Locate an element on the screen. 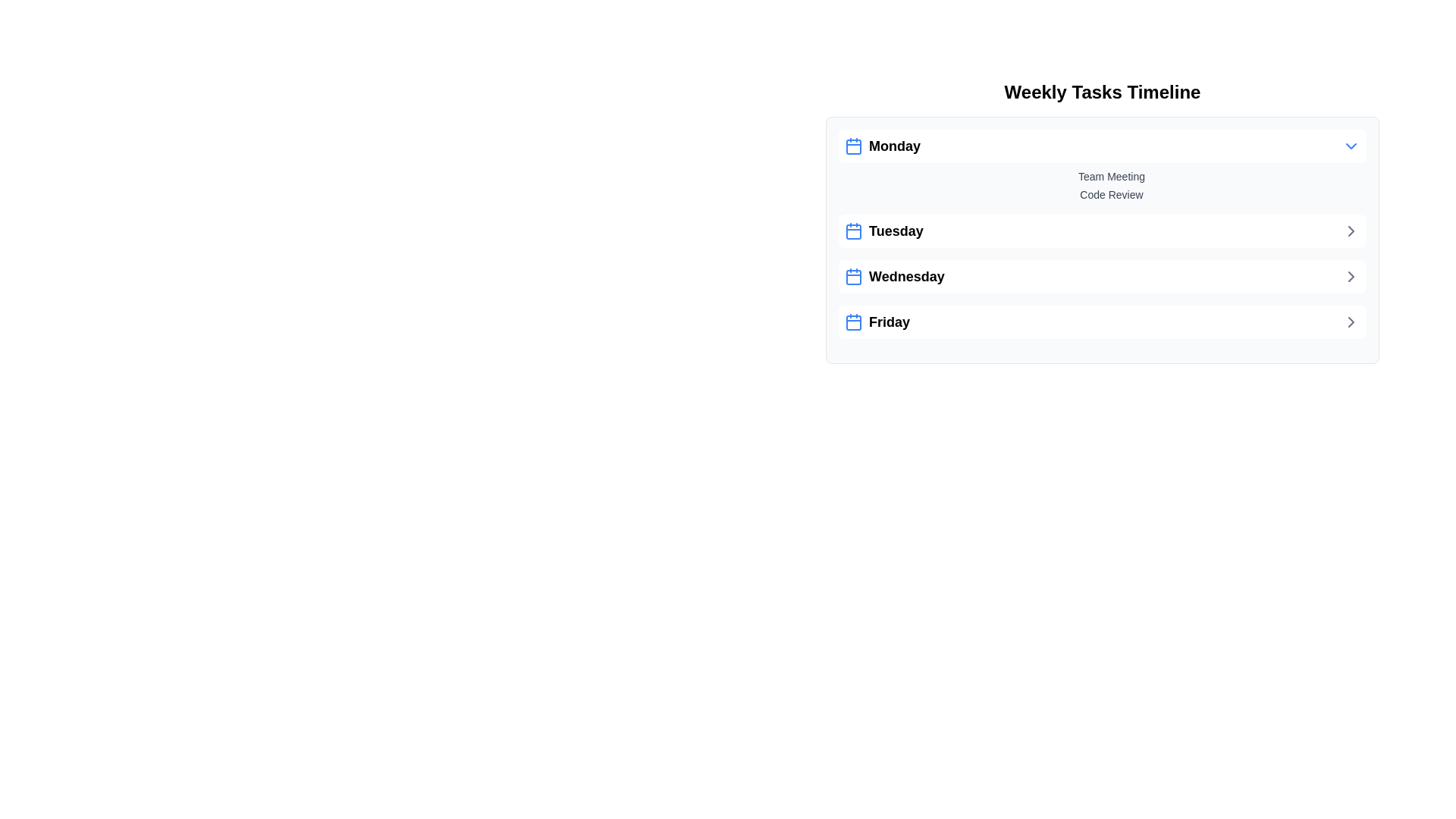  the downward chevron arrow icon in the upper-right corner of the 'Monday' section within the 'Weekly Tasks Timeline' is located at coordinates (1351, 146).